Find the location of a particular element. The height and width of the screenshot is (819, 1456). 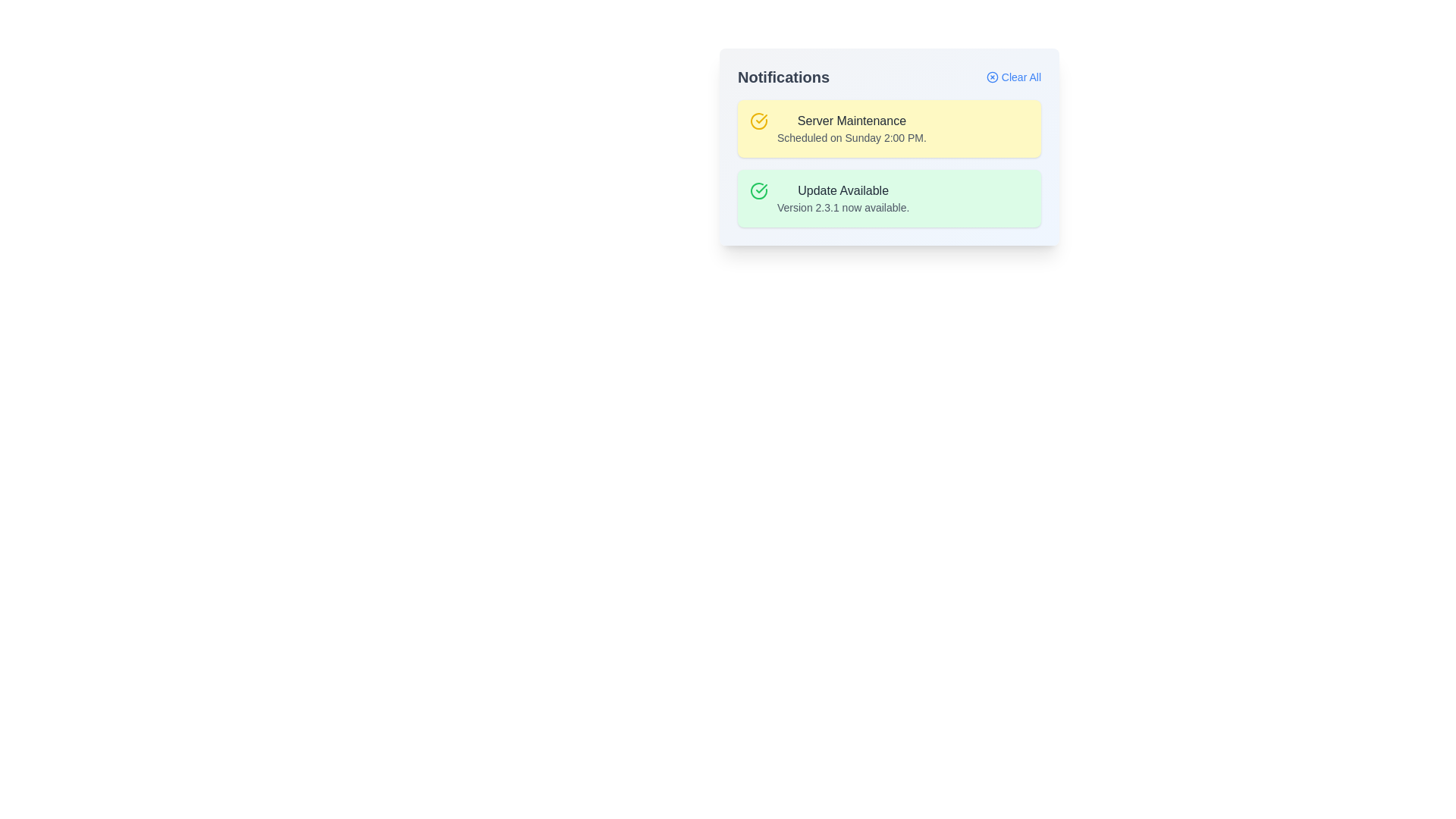

text label located at the top of the second notification card in the 'Notifications' section, which serves as a heading for the notification message is located at coordinates (843, 190).